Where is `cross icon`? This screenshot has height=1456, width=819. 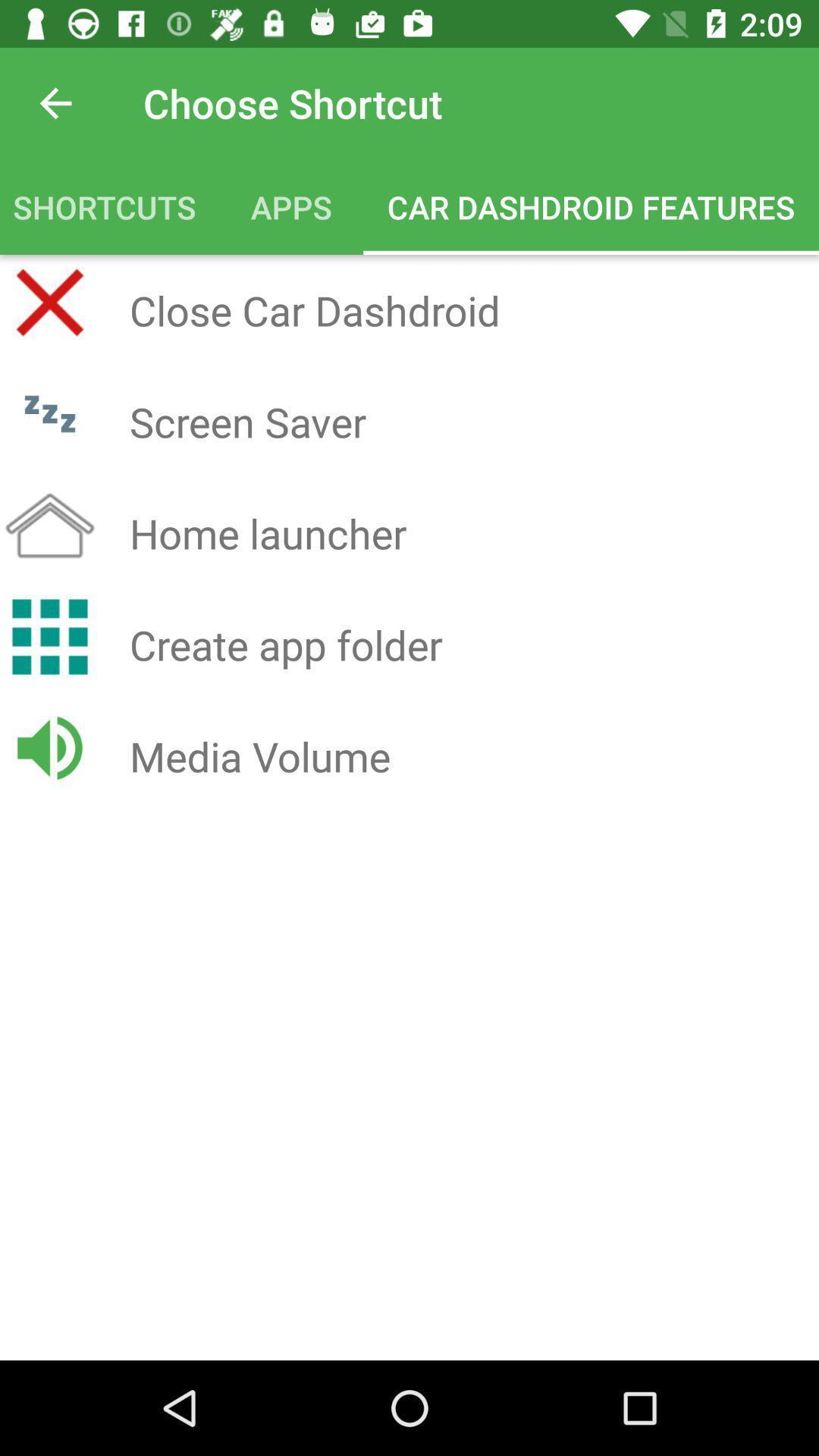
cross icon is located at coordinates (49, 302).